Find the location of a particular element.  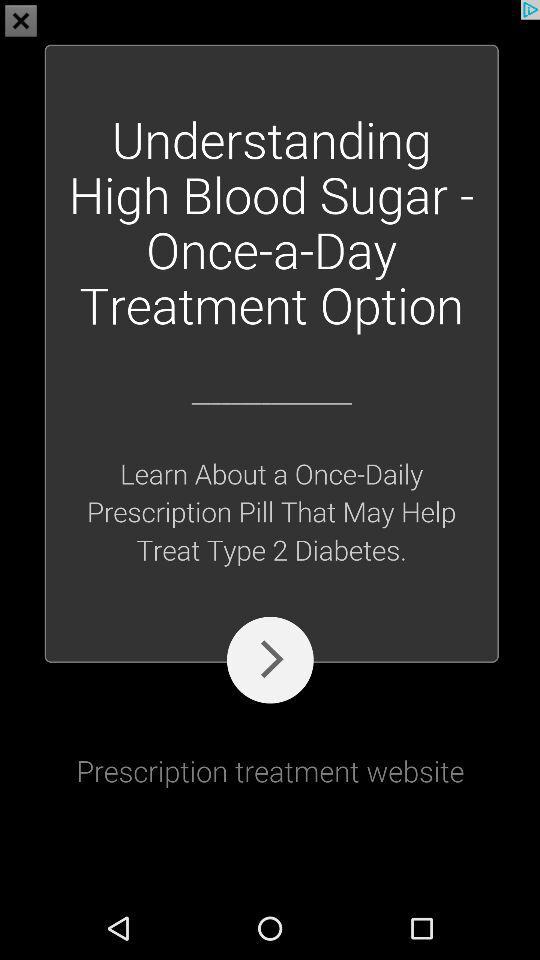

the close icon is located at coordinates (20, 21).